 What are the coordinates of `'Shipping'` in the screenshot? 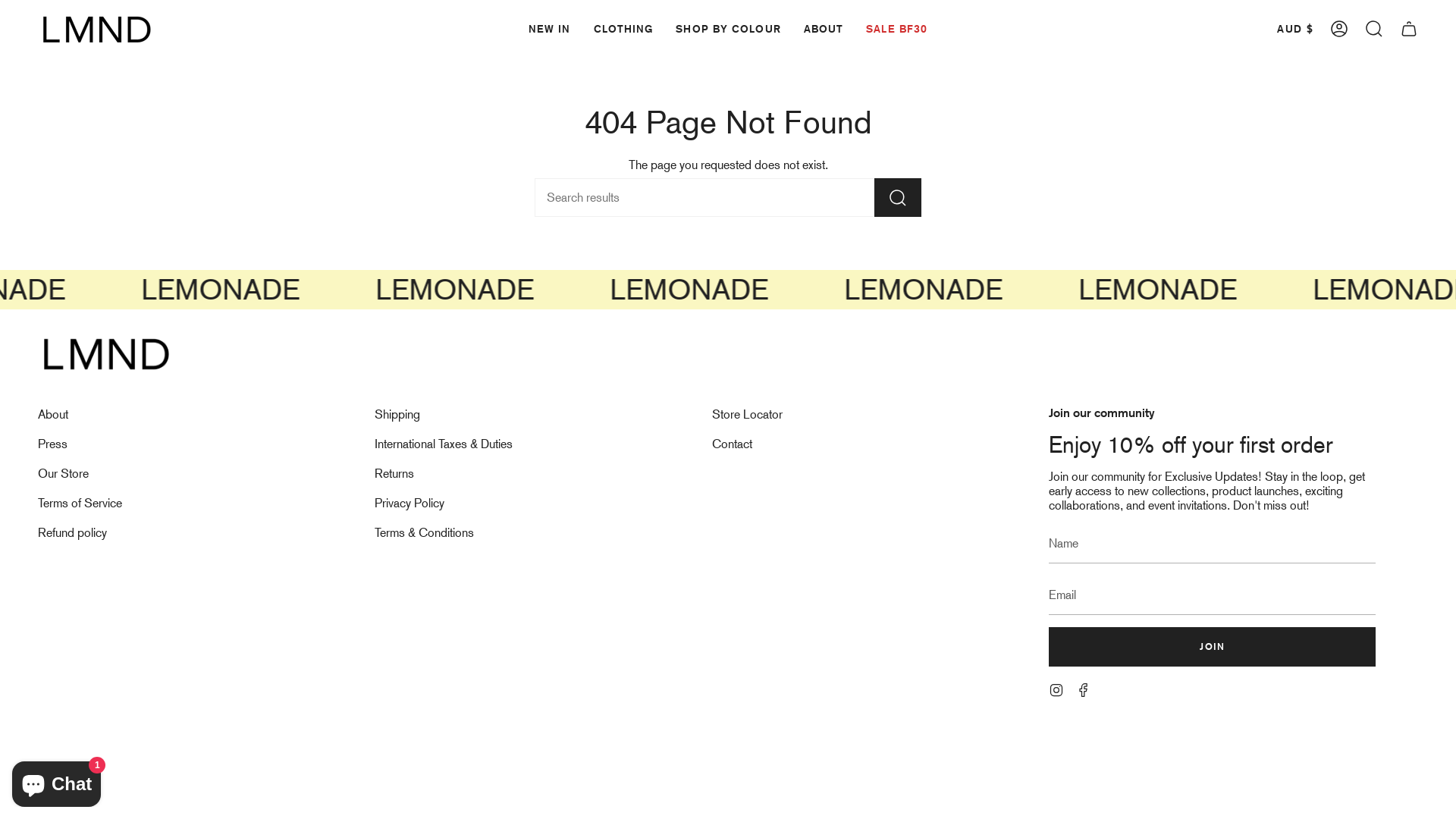 It's located at (397, 414).